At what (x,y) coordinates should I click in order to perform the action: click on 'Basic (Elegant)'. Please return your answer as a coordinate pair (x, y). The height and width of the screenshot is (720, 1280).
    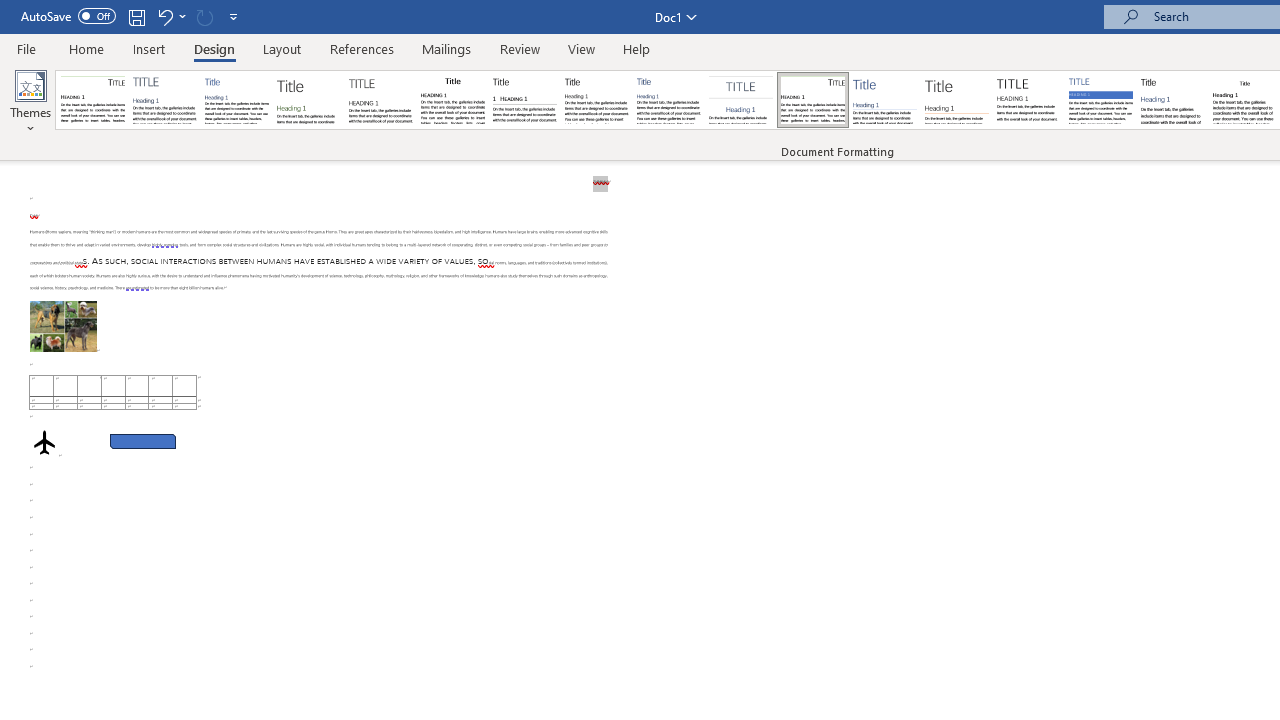
    Looking at the image, I should click on (165, 100).